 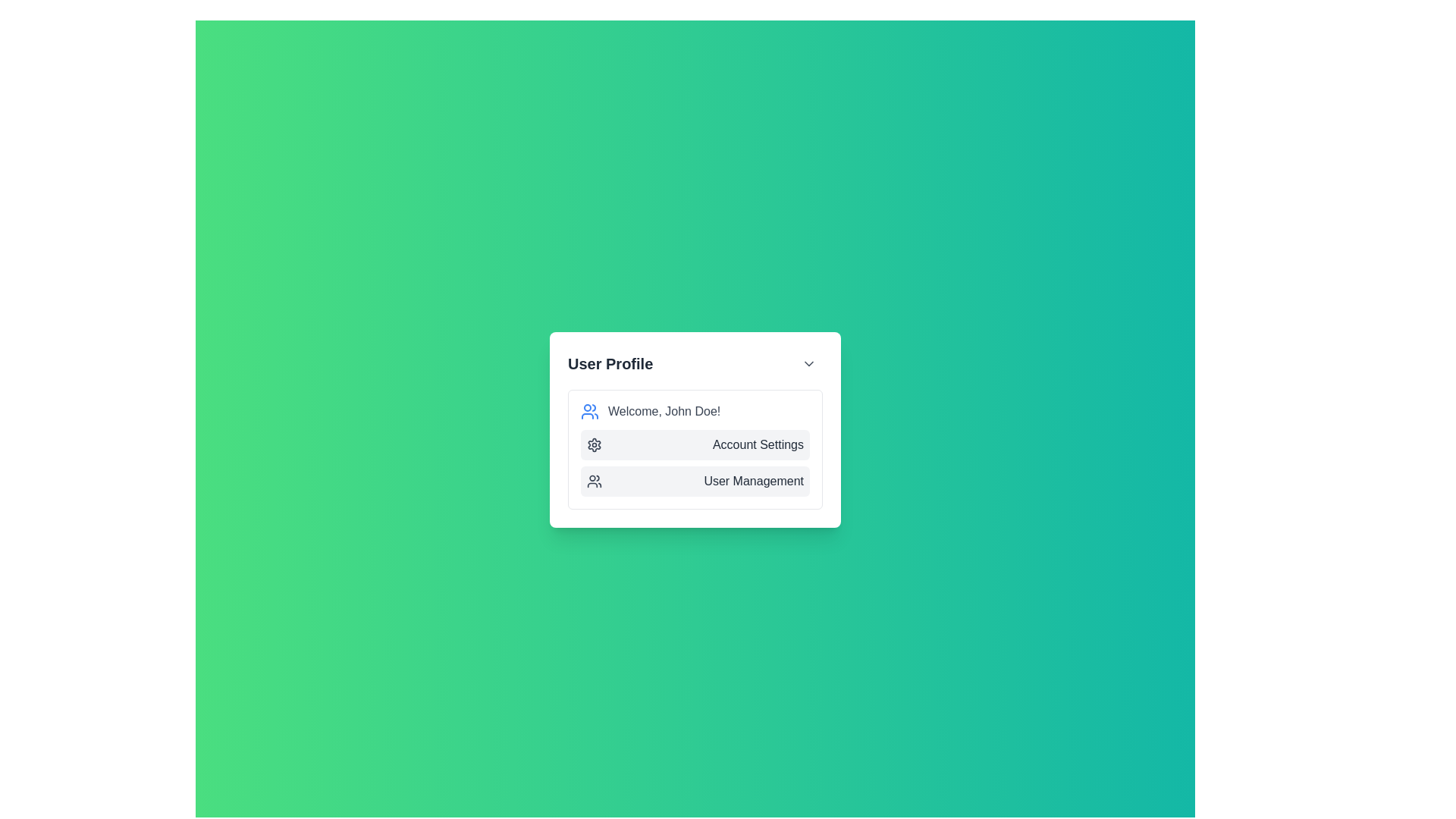 I want to click on the 'User Management' navigational link located directly below the 'Account Settings' option in the dropdown menu, so click(x=694, y=482).